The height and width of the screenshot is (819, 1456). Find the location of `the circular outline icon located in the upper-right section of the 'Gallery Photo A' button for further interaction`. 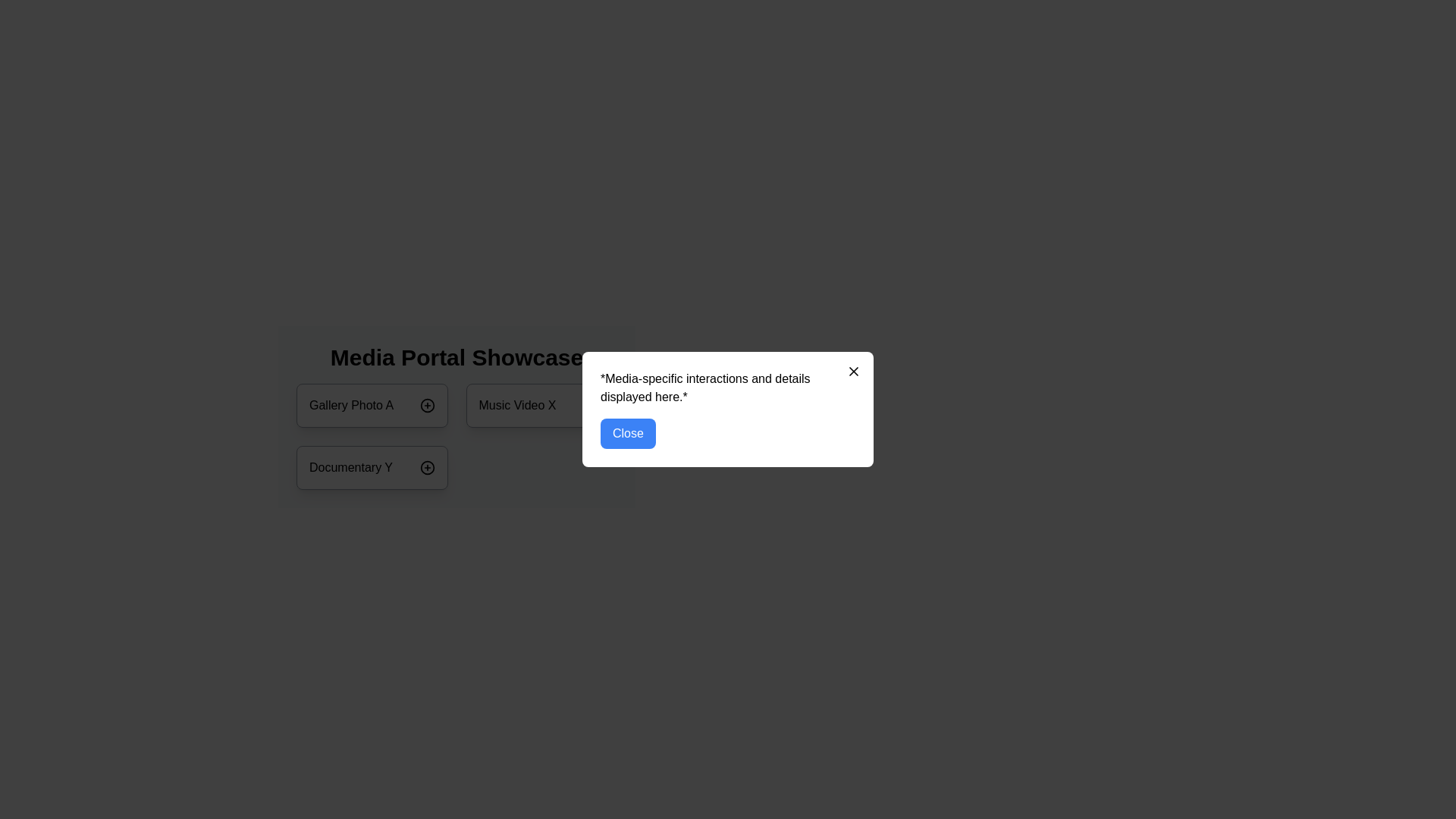

the circular outline icon located in the upper-right section of the 'Gallery Photo A' button for further interaction is located at coordinates (426, 405).